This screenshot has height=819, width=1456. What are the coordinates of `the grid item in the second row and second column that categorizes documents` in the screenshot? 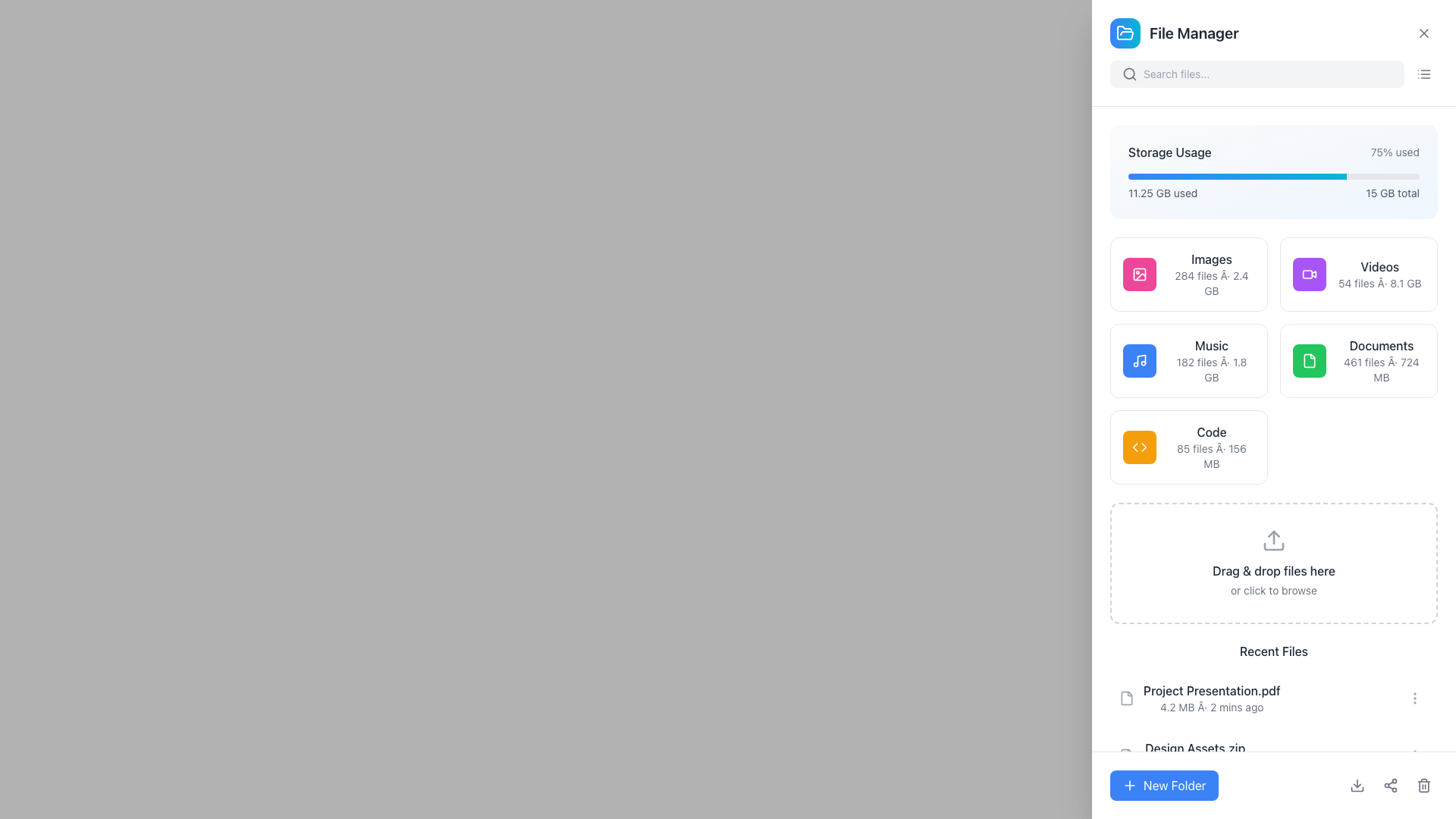 It's located at (1274, 360).